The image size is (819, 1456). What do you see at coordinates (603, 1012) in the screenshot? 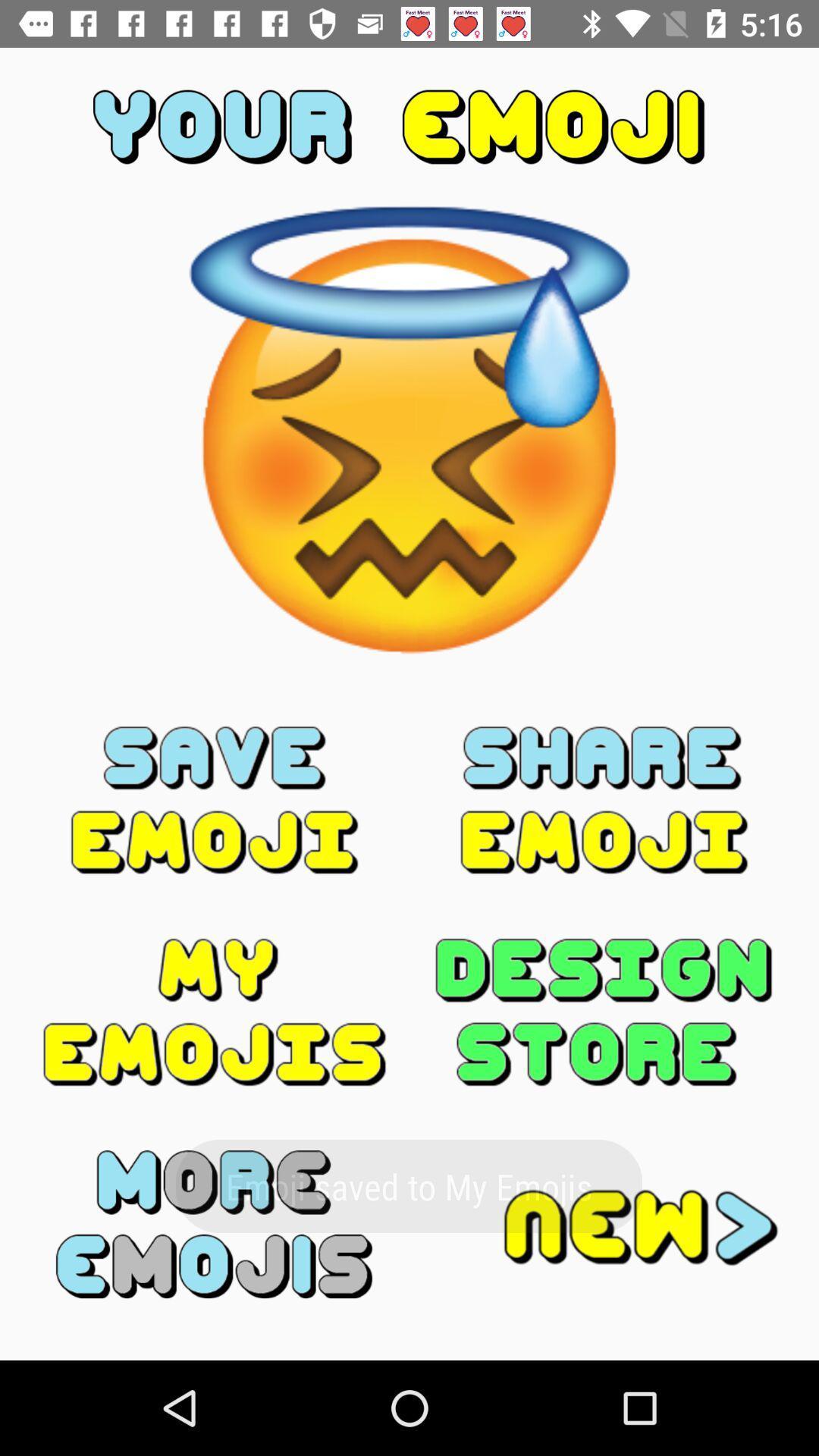
I see `design store` at bounding box center [603, 1012].